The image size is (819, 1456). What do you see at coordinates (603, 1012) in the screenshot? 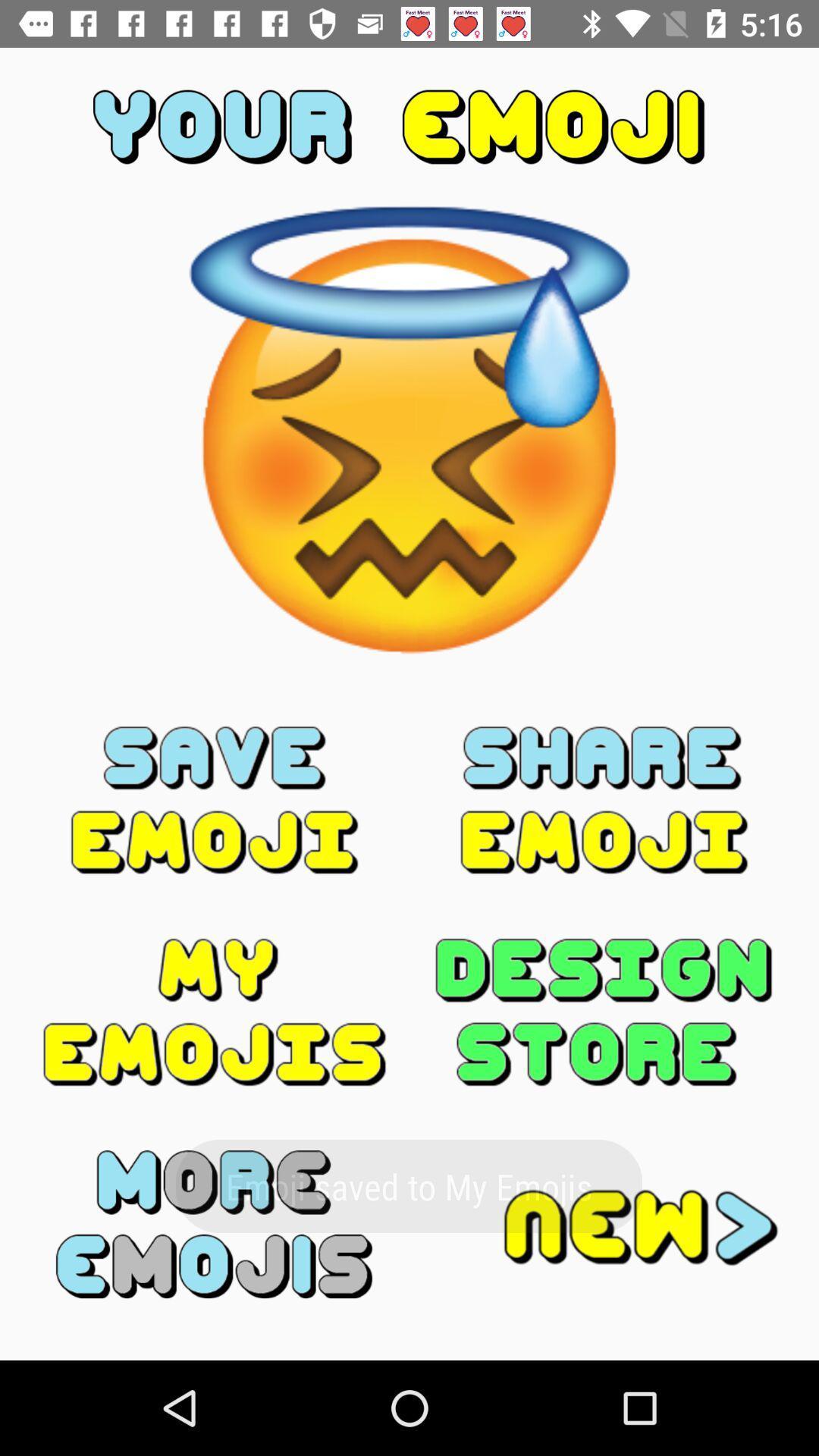
I see `design store` at bounding box center [603, 1012].